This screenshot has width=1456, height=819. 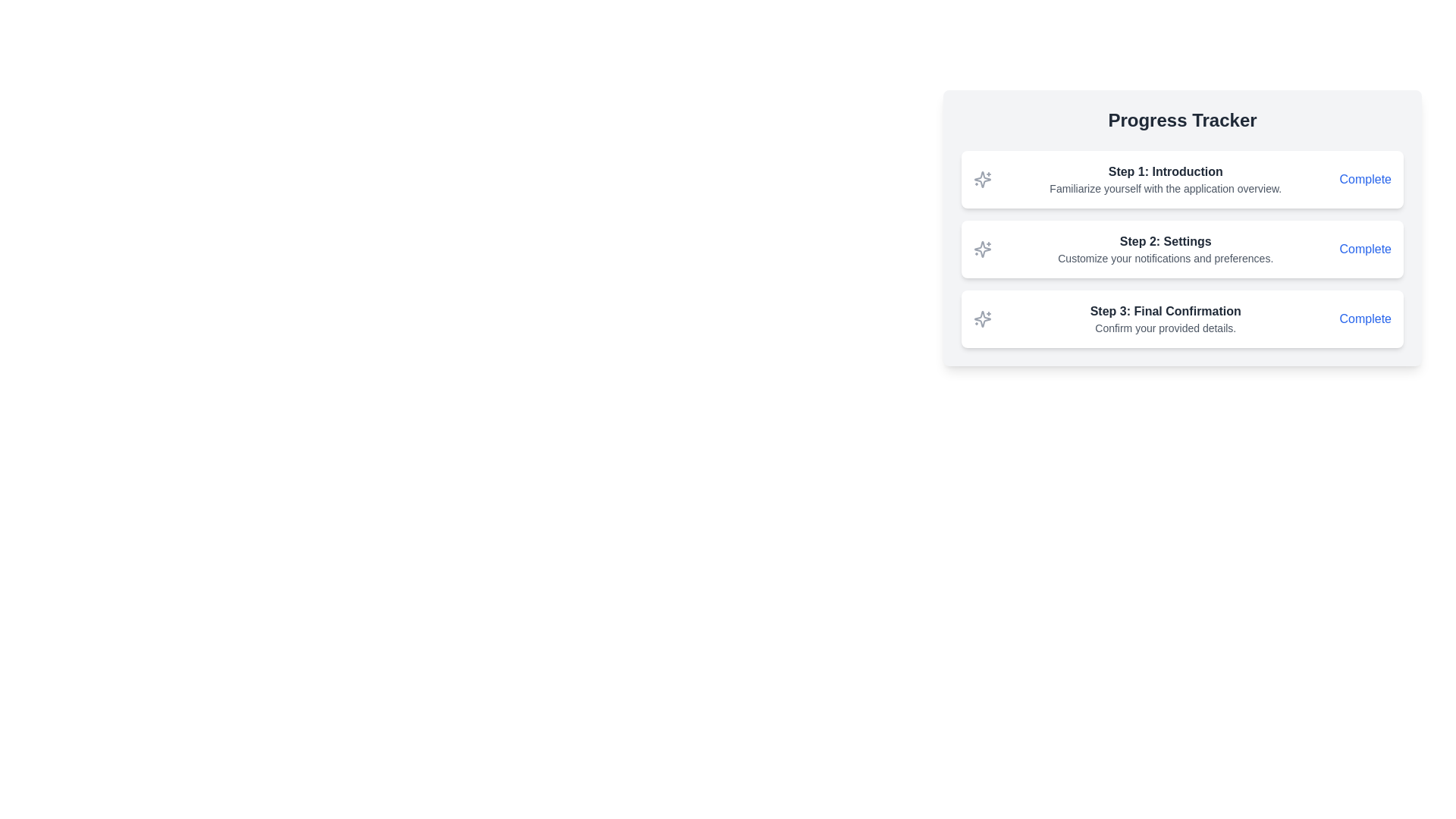 What do you see at coordinates (983, 318) in the screenshot?
I see `the decorative star-shaped icon within the progress tracker UI, located to the left of 'Step 3: Final Confirmation'` at bounding box center [983, 318].